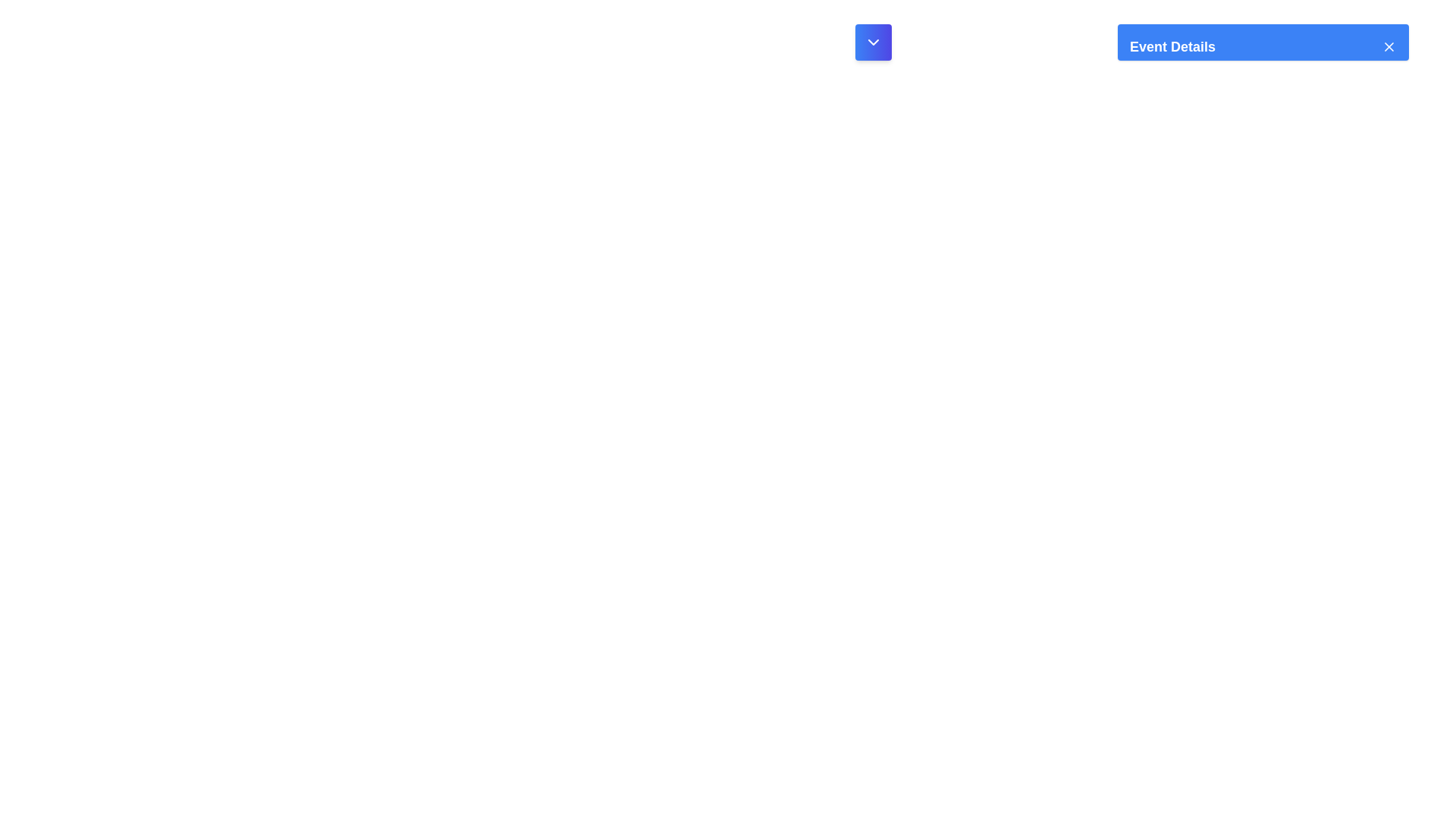 The height and width of the screenshot is (819, 1456). Describe the element at coordinates (874, 42) in the screenshot. I see `the Dropdown toggle button, which is a square button with a blue to indigo gradient and a white downward chevron icon` at that location.